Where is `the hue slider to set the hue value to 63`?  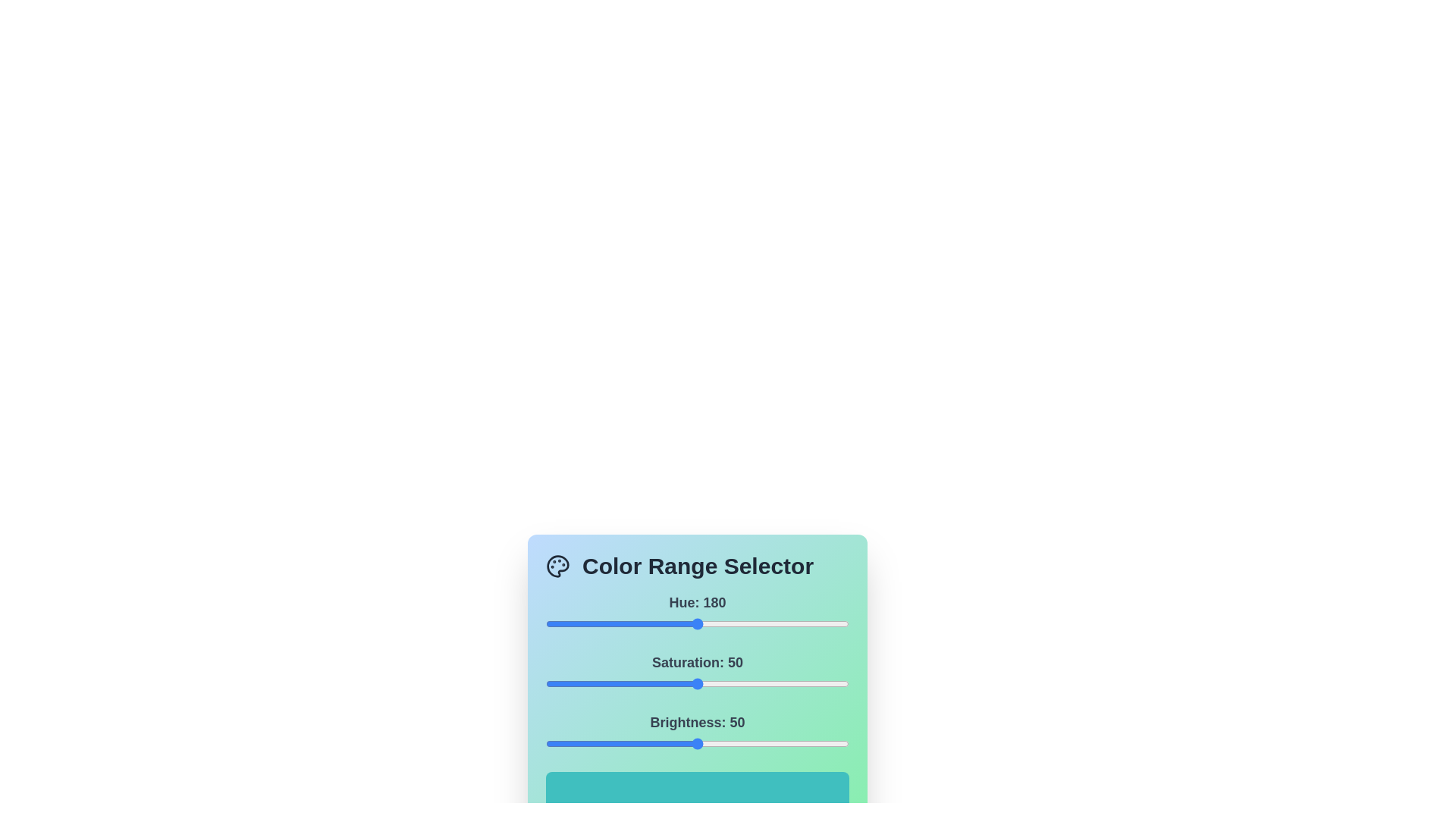
the hue slider to set the hue value to 63 is located at coordinates (598, 623).